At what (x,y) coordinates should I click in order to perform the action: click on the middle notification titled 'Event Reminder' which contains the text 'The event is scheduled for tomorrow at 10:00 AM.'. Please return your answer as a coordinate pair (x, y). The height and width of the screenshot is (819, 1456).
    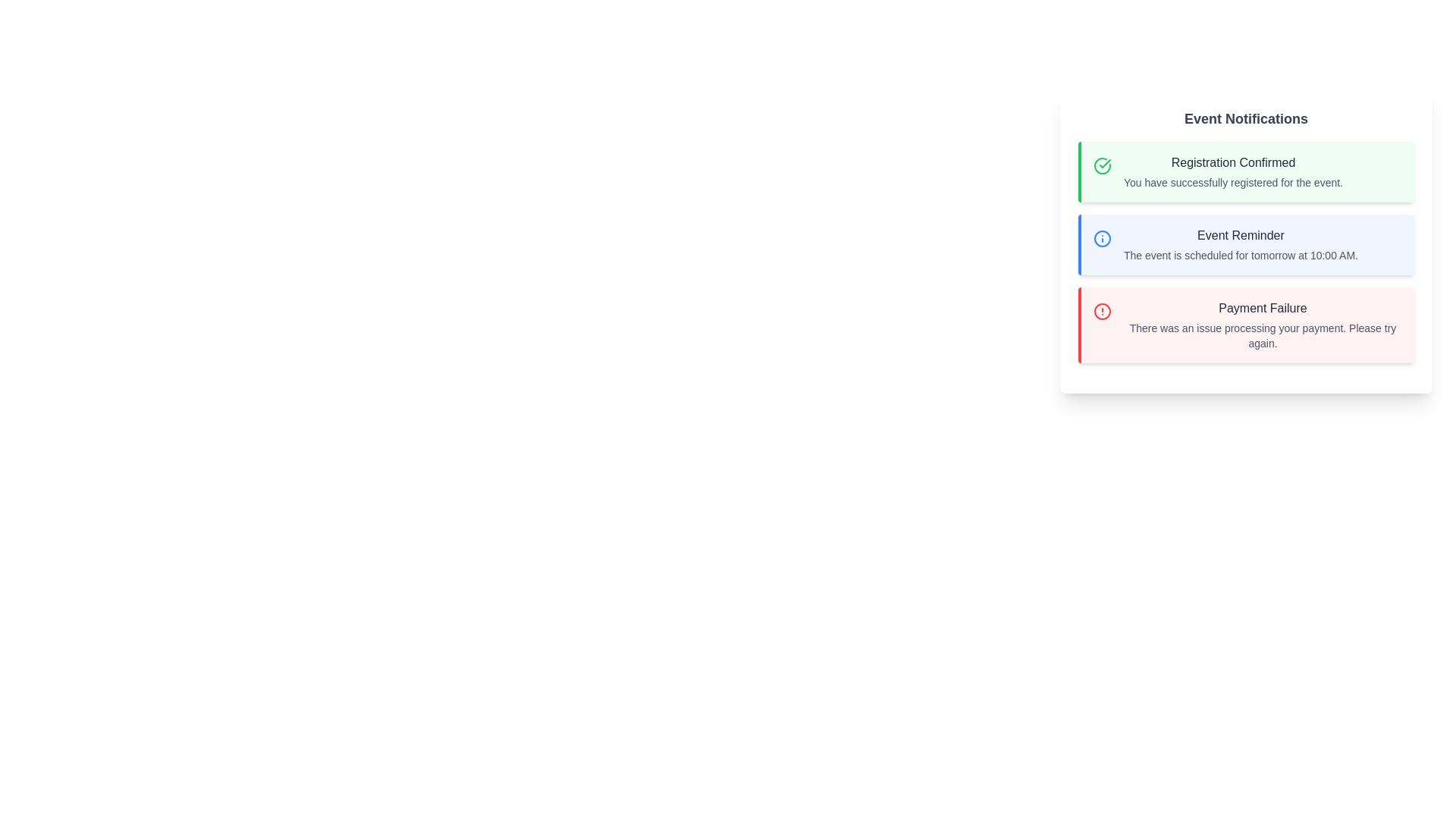
    Looking at the image, I should click on (1246, 251).